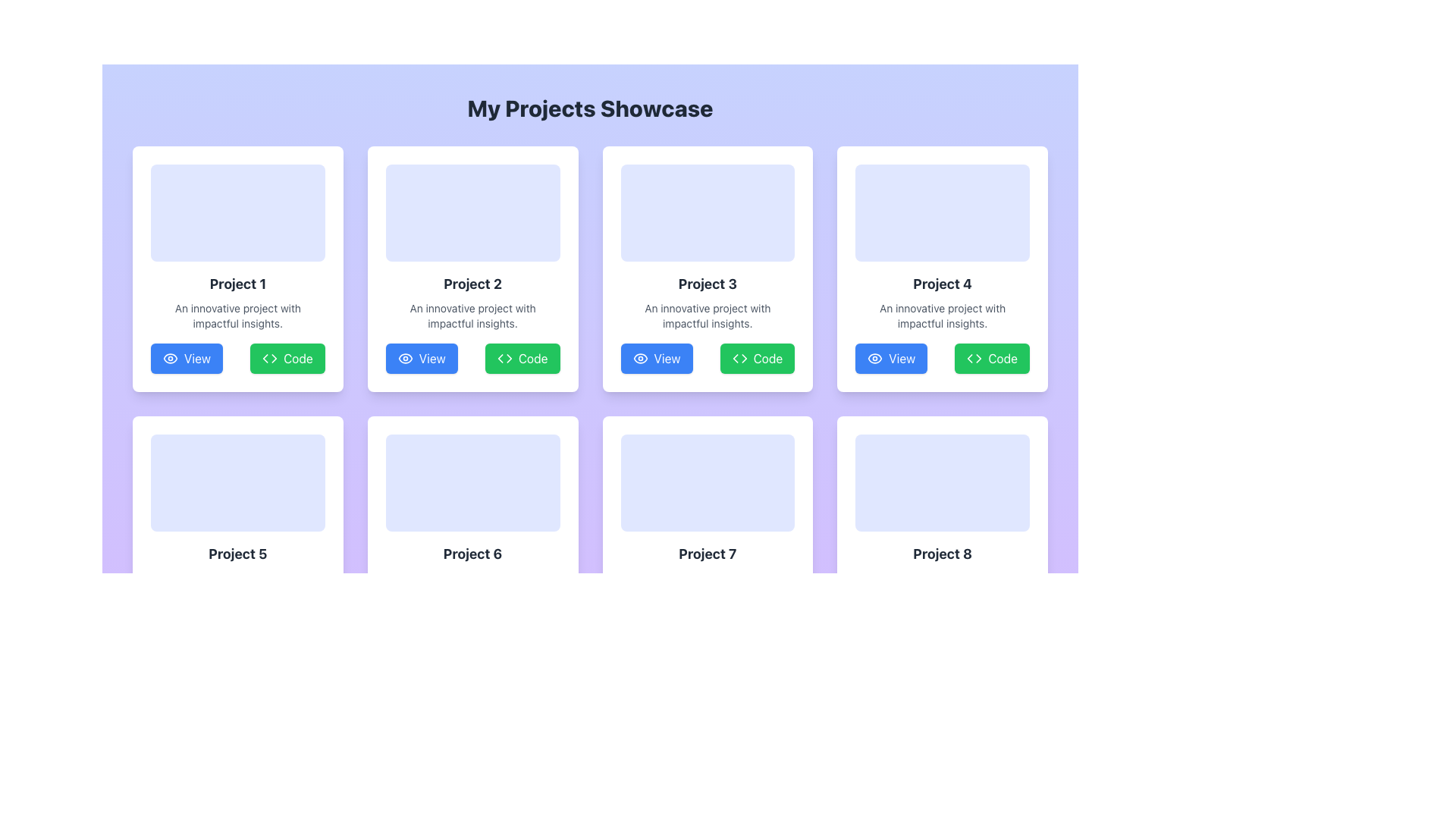  What do you see at coordinates (707, 359) in the screenshot?
I see `the right button labeled 'Code' which is styled with a green background and represents code brackets, located at the bottom of the 'Project 3' card` at bounding box center [707, 359].